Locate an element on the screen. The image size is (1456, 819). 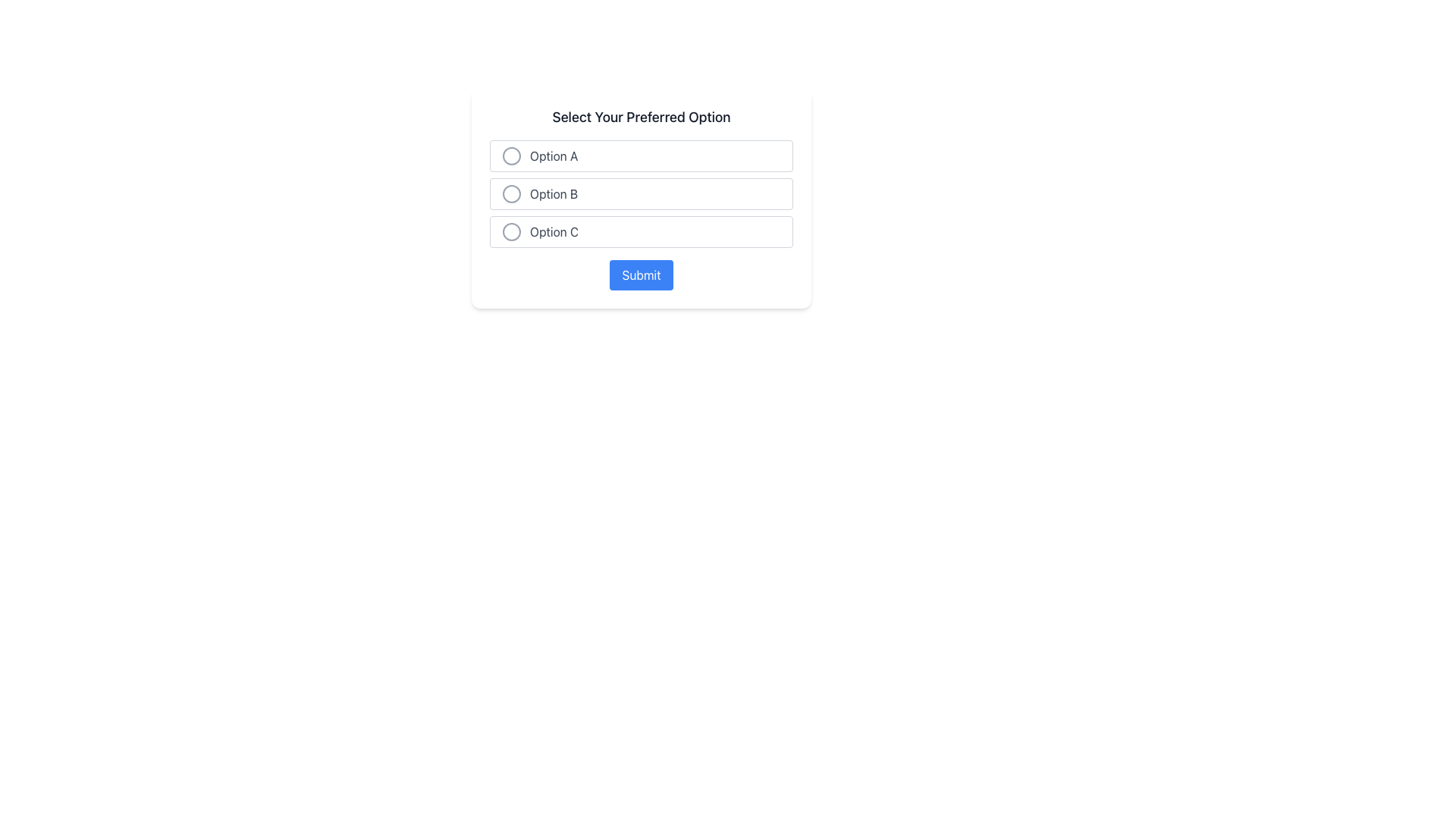
the radio button for 'Option C' is located at coordinates (512, 231).